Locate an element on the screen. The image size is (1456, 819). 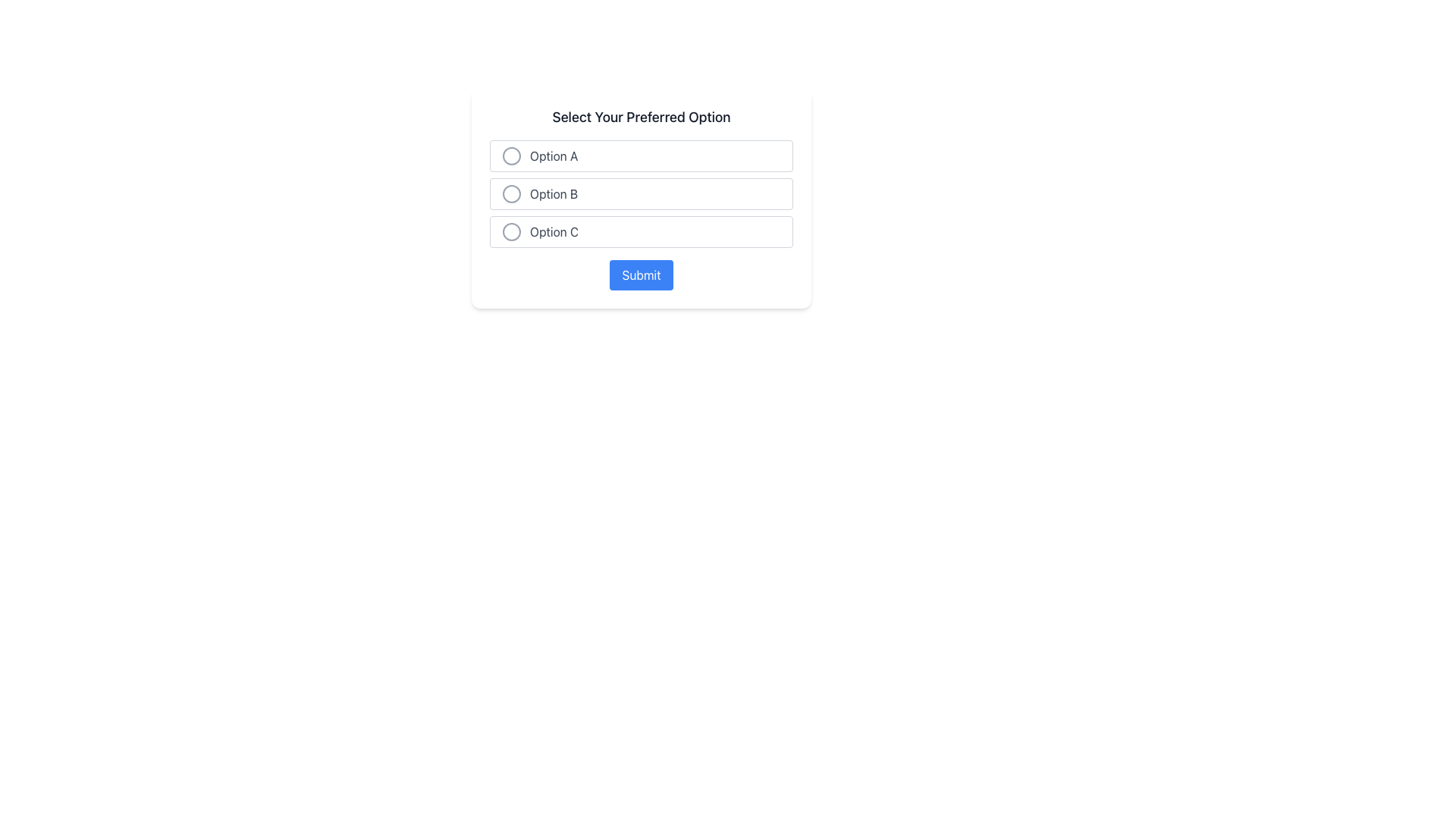
the radio button for 'Option C' is located at coordinates (512, 231).